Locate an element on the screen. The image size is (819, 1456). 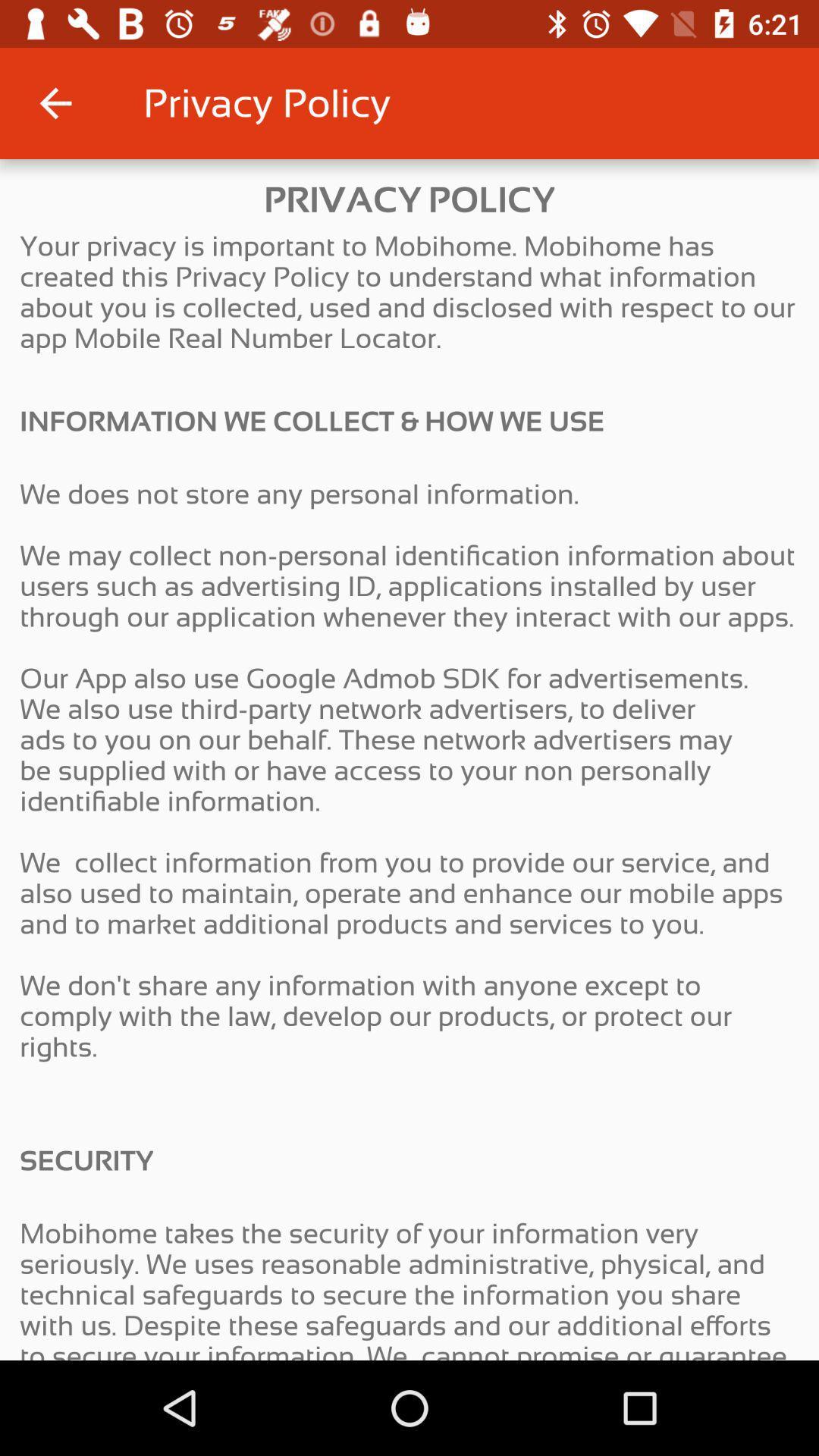
the icon above your privacy is icon is located at coordinates (55, 102).